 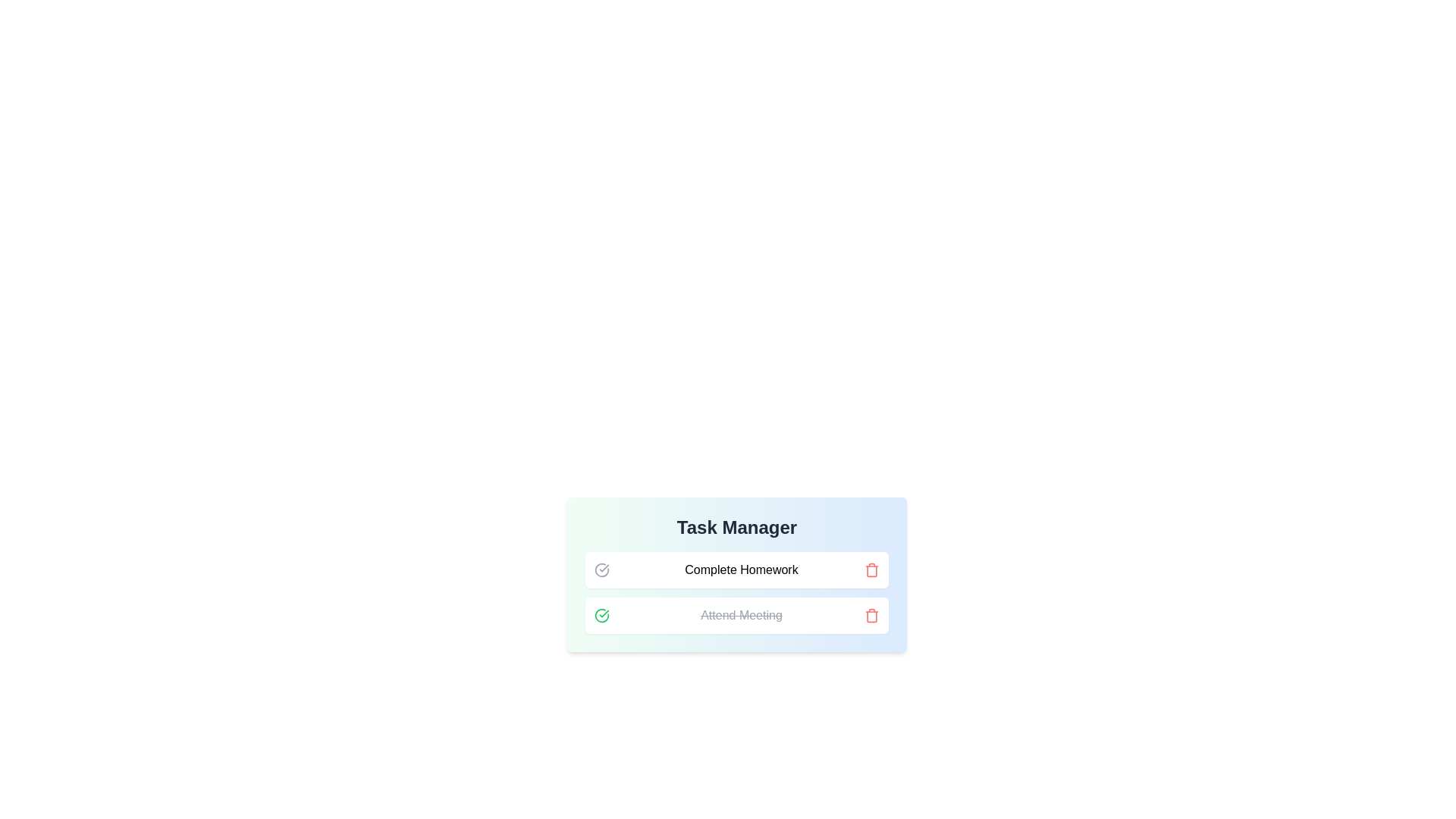 What do you see at coordinates (872, 570) in the screenshot?
I see `the trash icon to delete the task Complete Homework` at bounding box center [872, 570].